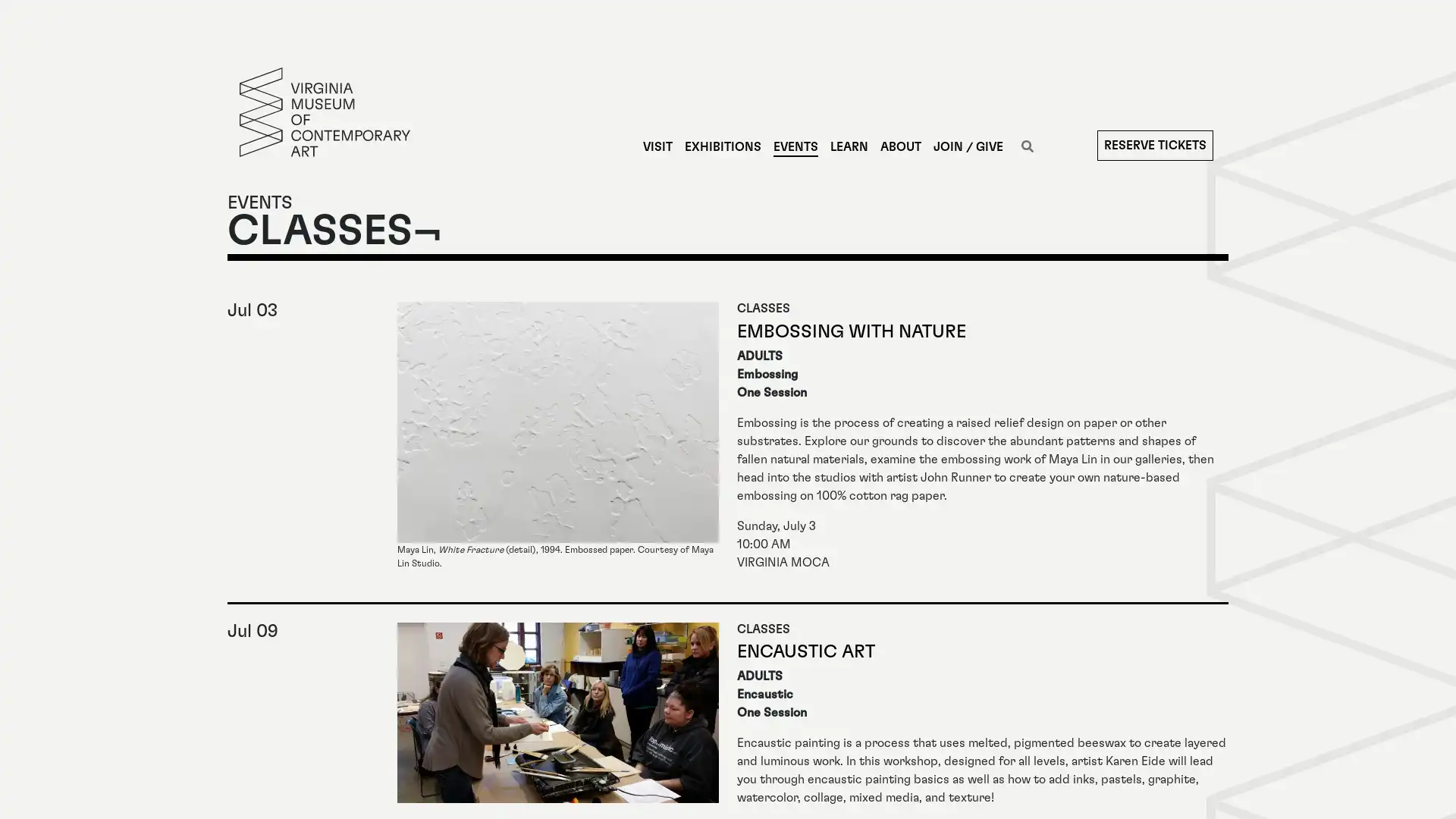 This screenshot has width=1456, height=819. What do you see at coordinates (899, 146) in the screenshot?
I see `ABOUT` at bounding box center [899, 146].